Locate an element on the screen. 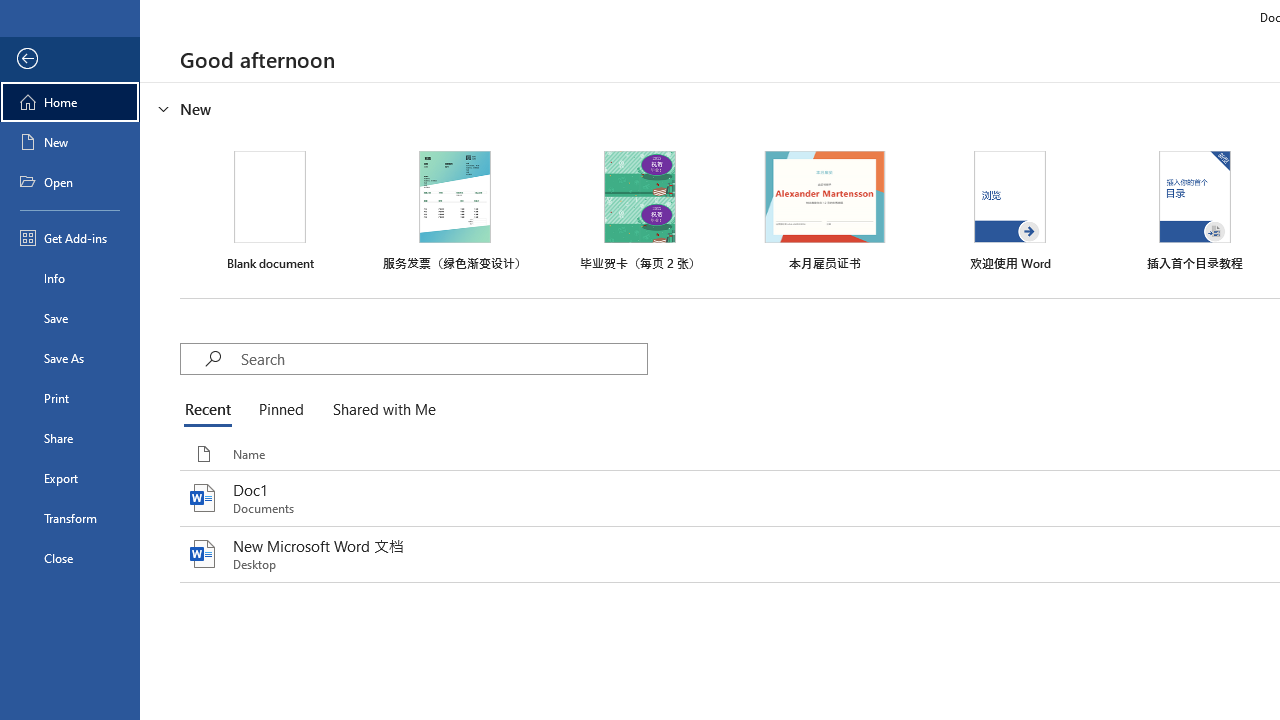  'Shared with Me' is located at coordinates (380, 410).